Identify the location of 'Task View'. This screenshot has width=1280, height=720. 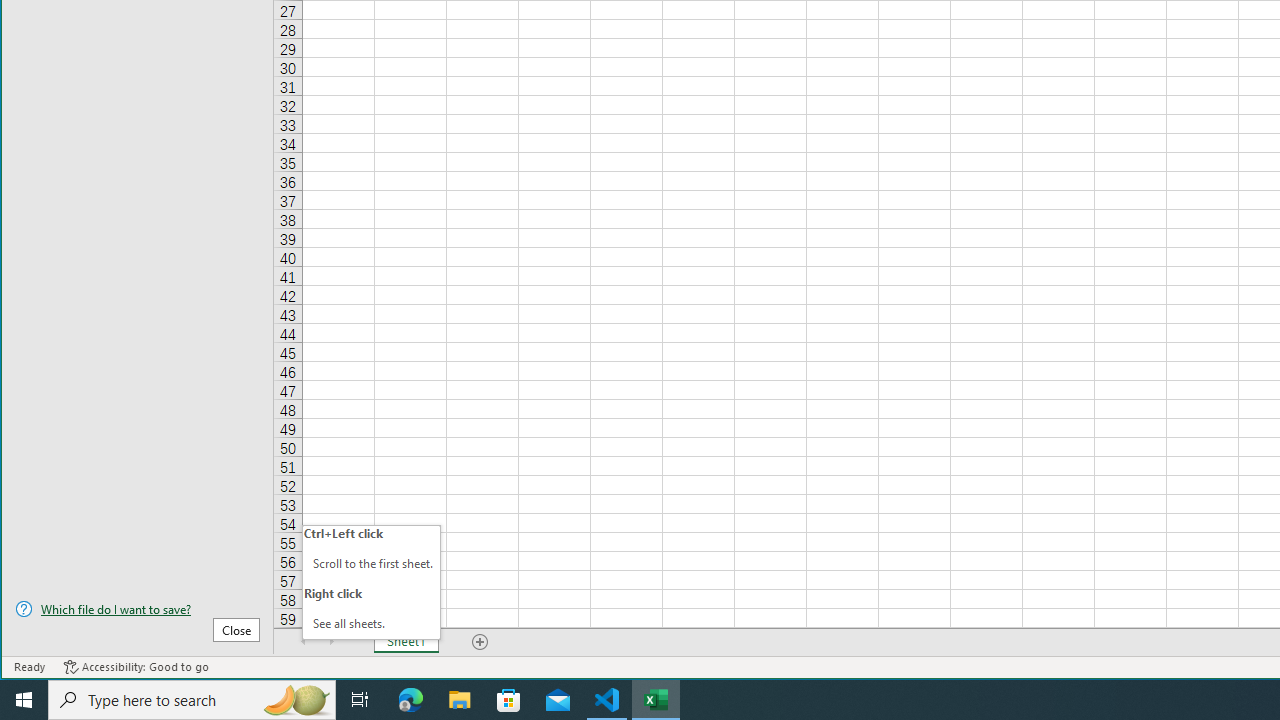
(359, 698).